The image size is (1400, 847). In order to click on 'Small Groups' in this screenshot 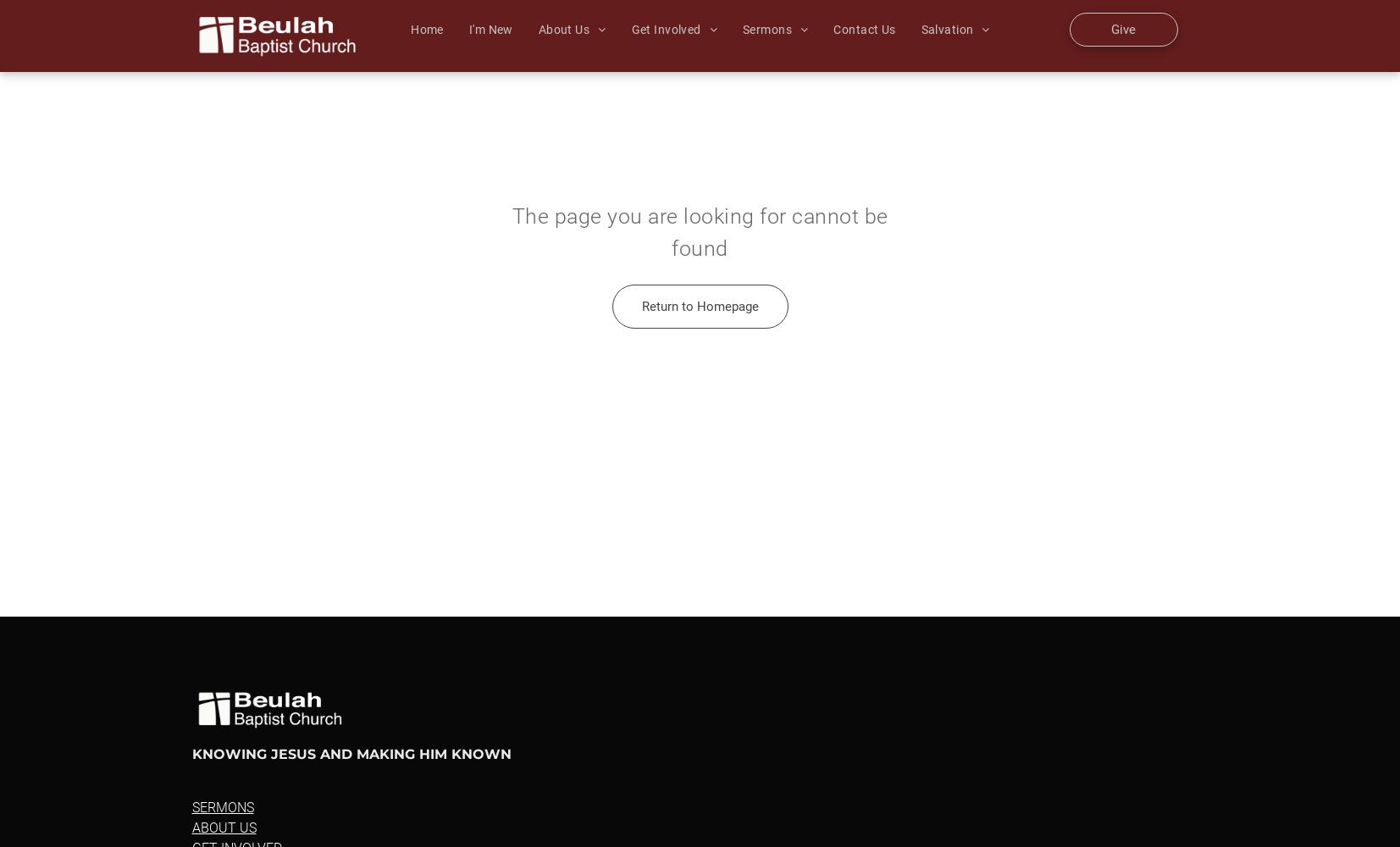, I will do `click(683, 52)`.